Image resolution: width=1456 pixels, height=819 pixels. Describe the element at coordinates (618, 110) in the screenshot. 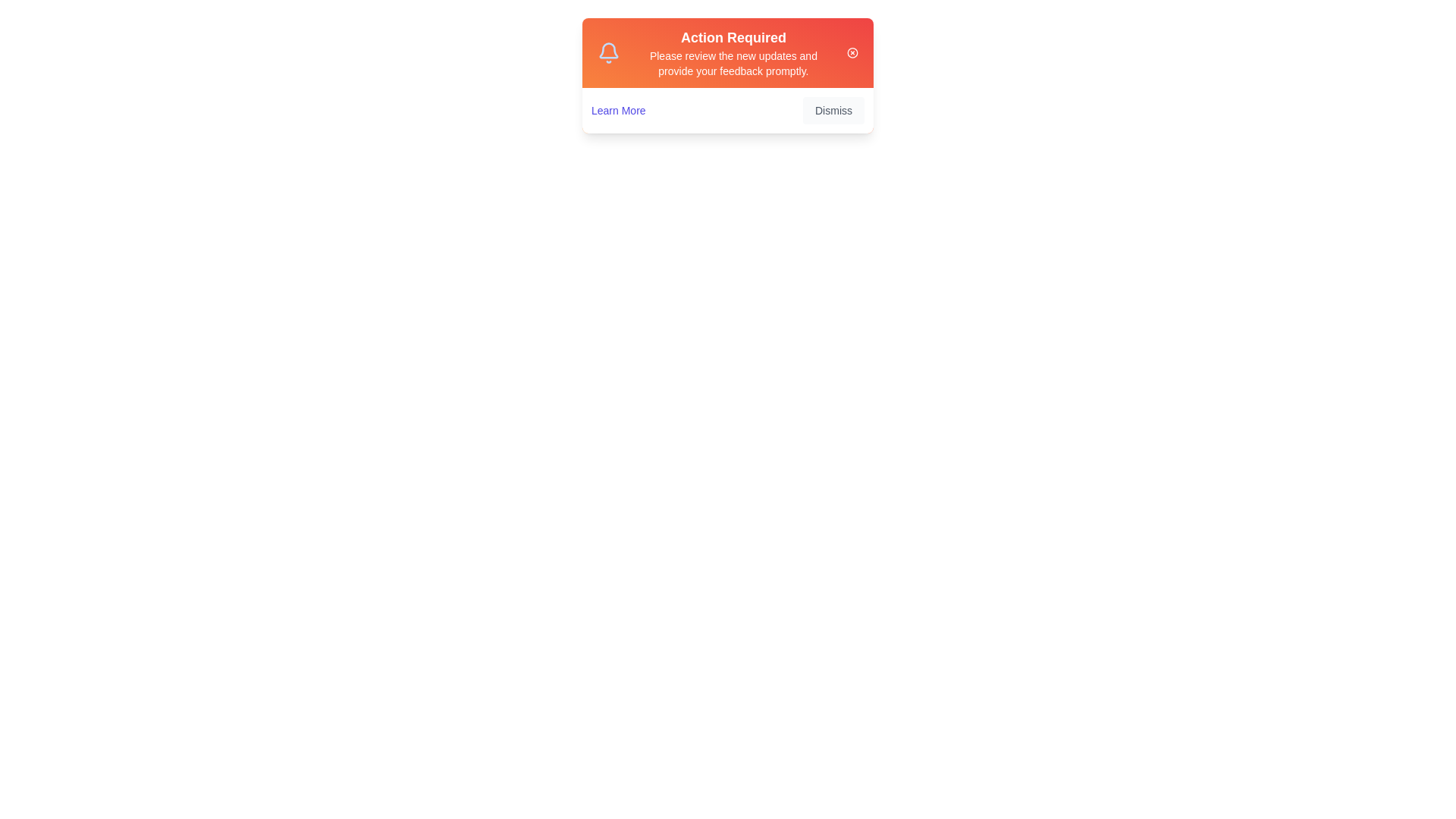

I see `the 'Learn More' button to access additional information` at that location.